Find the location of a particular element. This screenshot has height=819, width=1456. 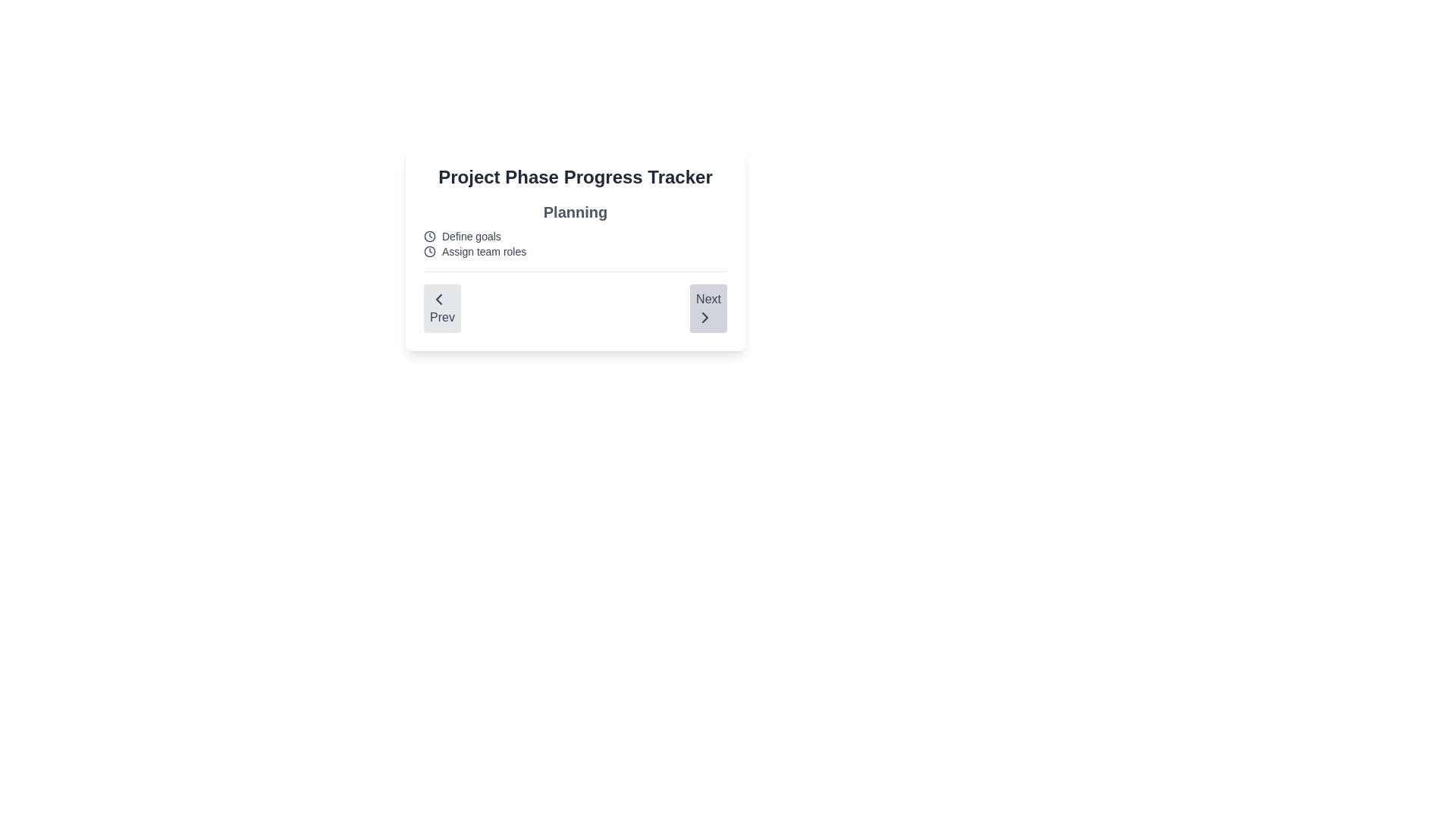

'Prev' button to navigate to the previous phase is located at coordinates (441, 308).